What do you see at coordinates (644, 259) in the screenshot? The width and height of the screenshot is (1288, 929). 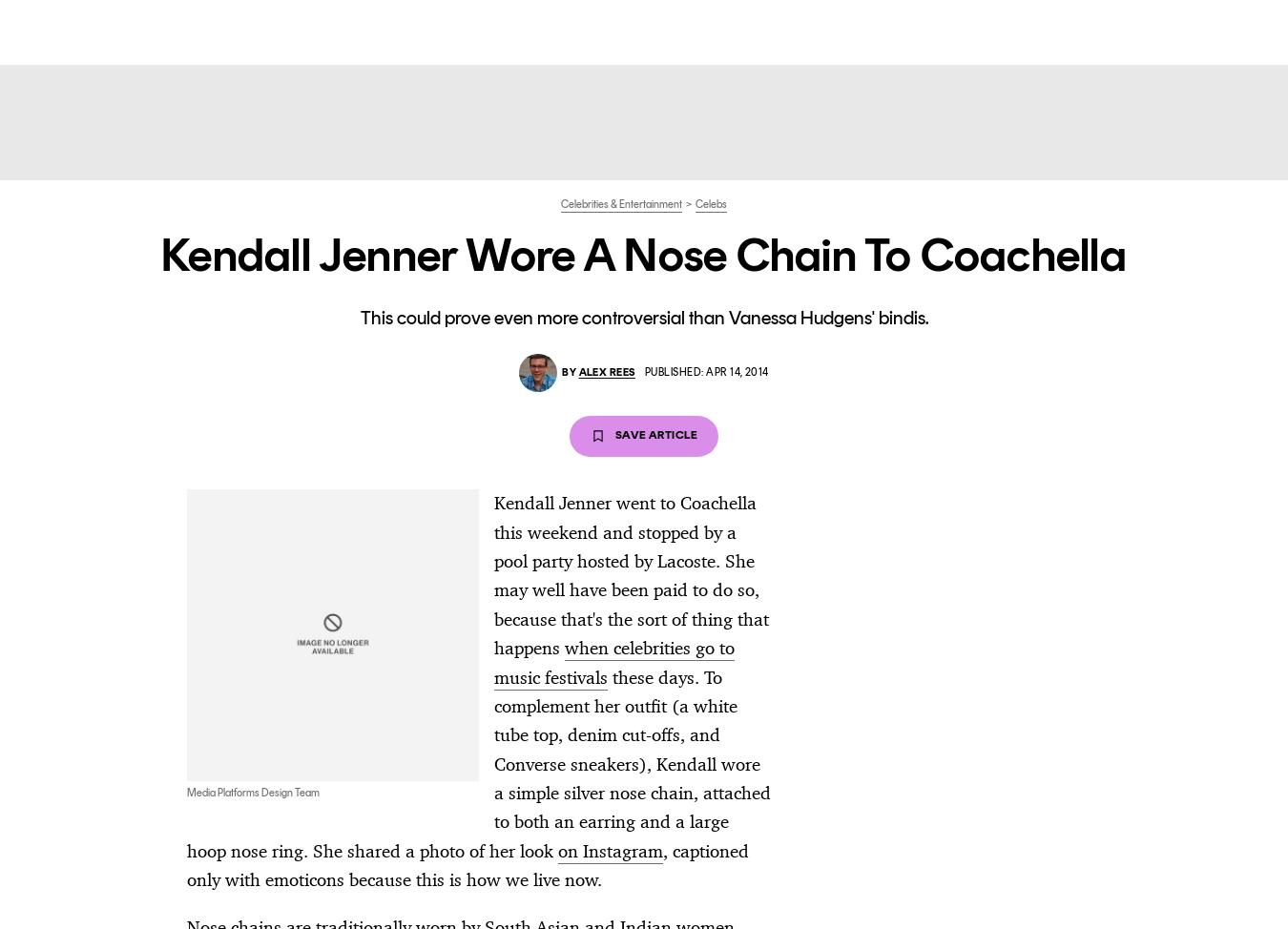 I see `'Kim on Why North Prefers Living With Kanye West'` at bounding box center [644, 259].